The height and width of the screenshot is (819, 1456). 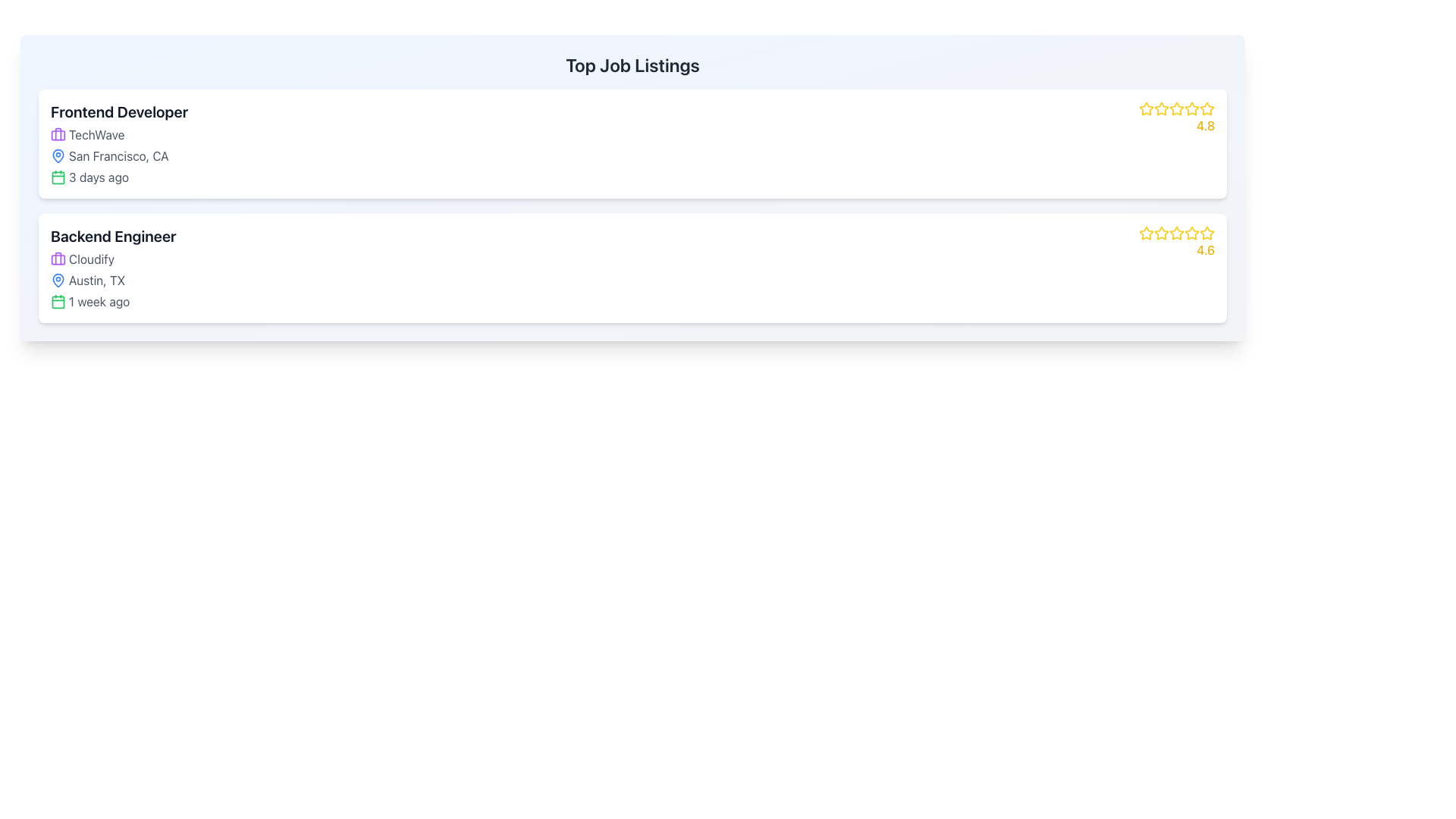 What do you see at coordinates (1207, 234) in the screenshot?
I see `the fifth star icon with a yellow outline in the rating section of the job listings UI, positioned on the far right` at bounding box center [1207, 234].